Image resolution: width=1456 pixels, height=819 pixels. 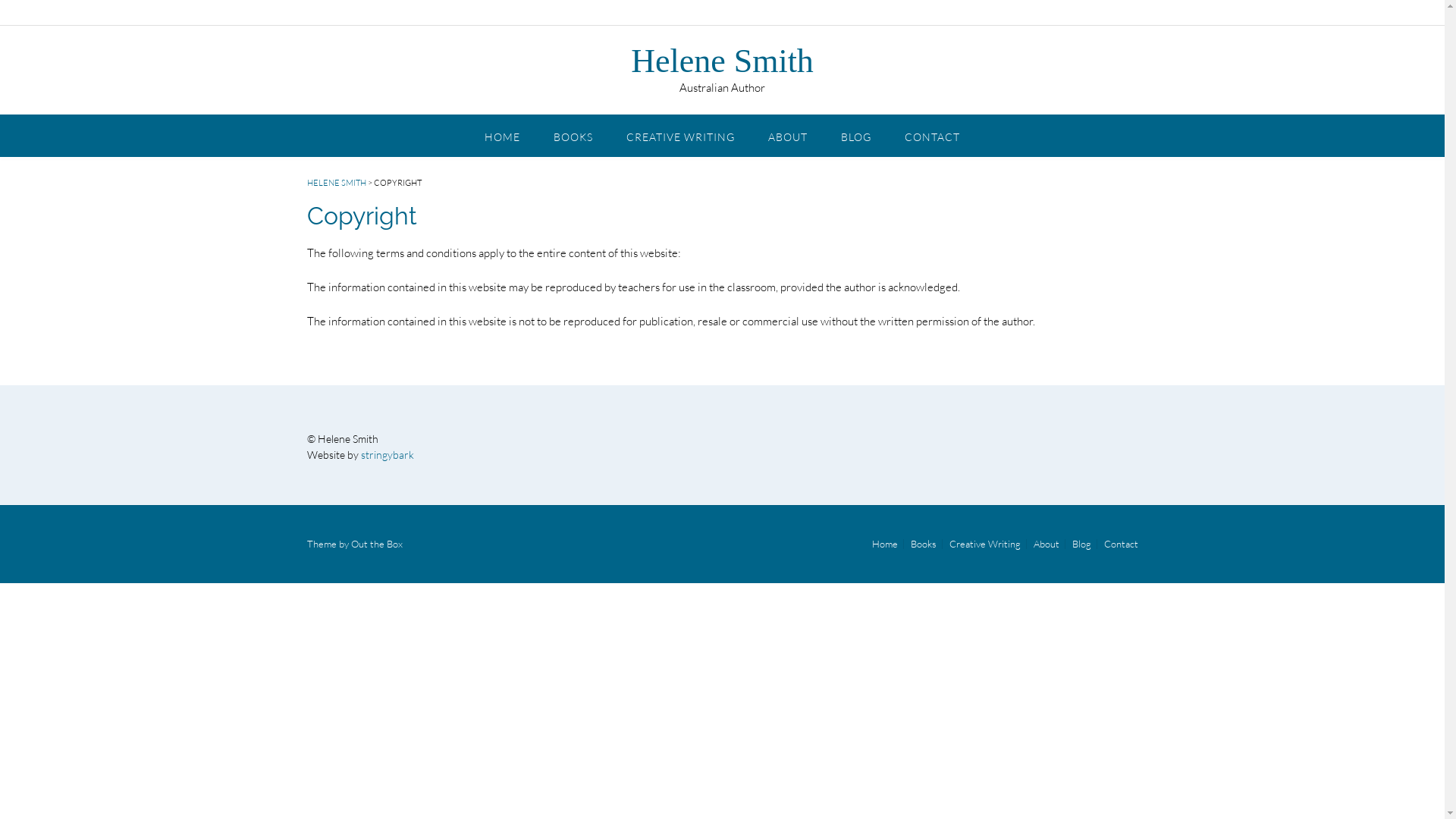 I want to click on 'Helene Smith', so click(x=630, y=61).